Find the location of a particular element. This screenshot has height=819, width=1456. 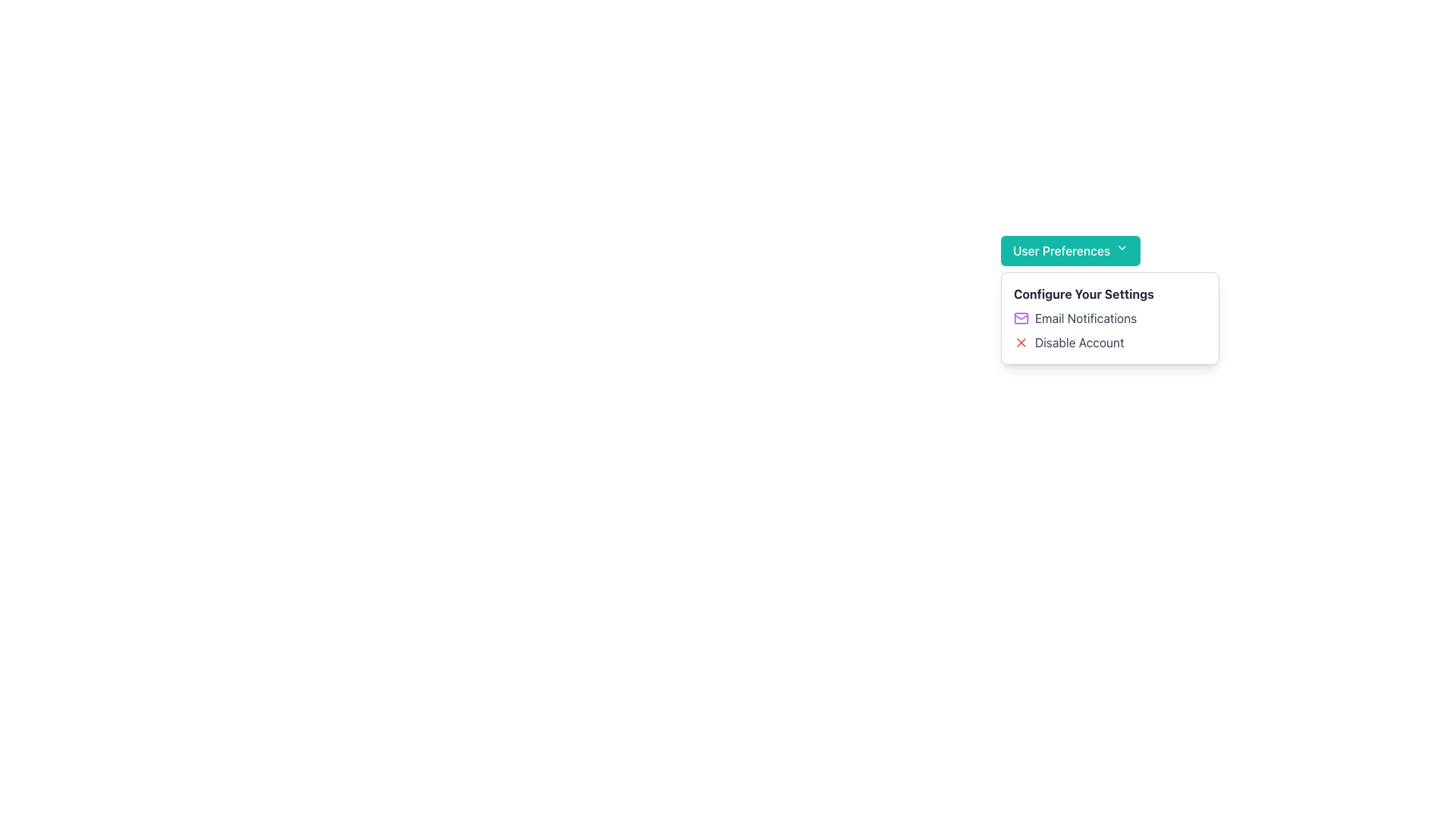

the cancel icon located to the left of the 'Disable Account' text in the 'User Preferences' dropdown menu is located at coordinates (1021, 342).